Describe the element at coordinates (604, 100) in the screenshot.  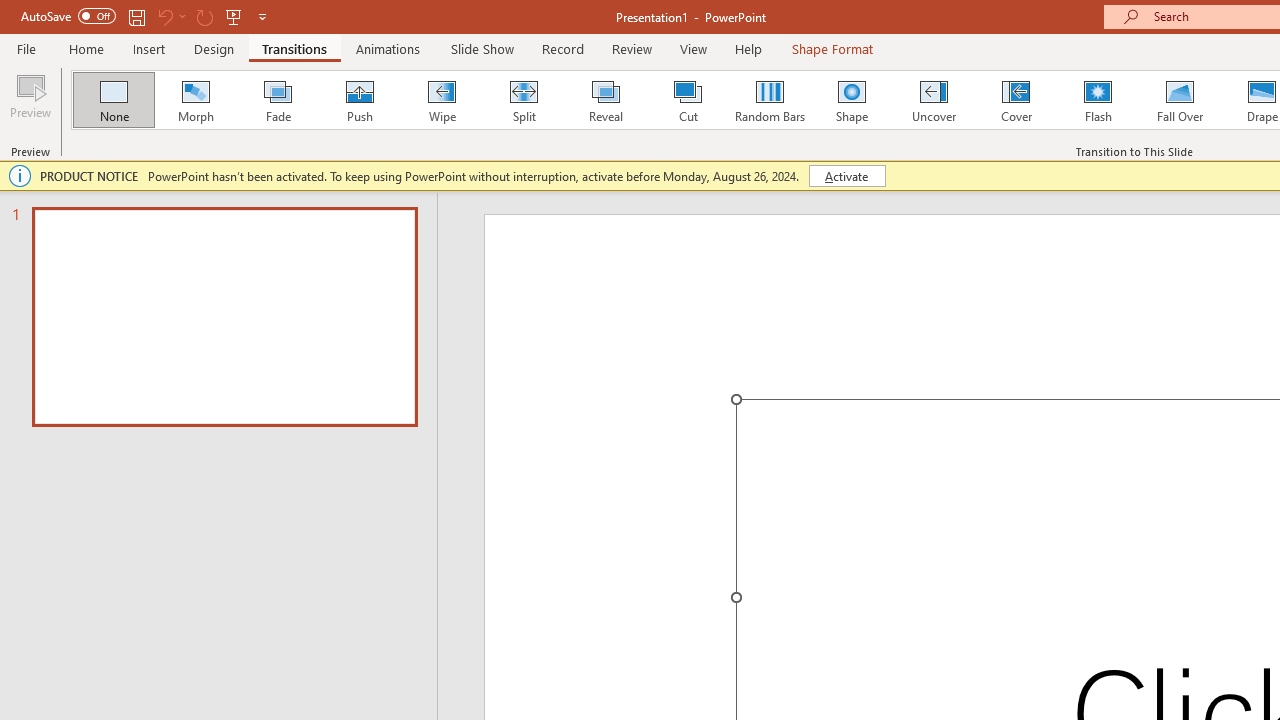
I see `'Reveal'` at that location.